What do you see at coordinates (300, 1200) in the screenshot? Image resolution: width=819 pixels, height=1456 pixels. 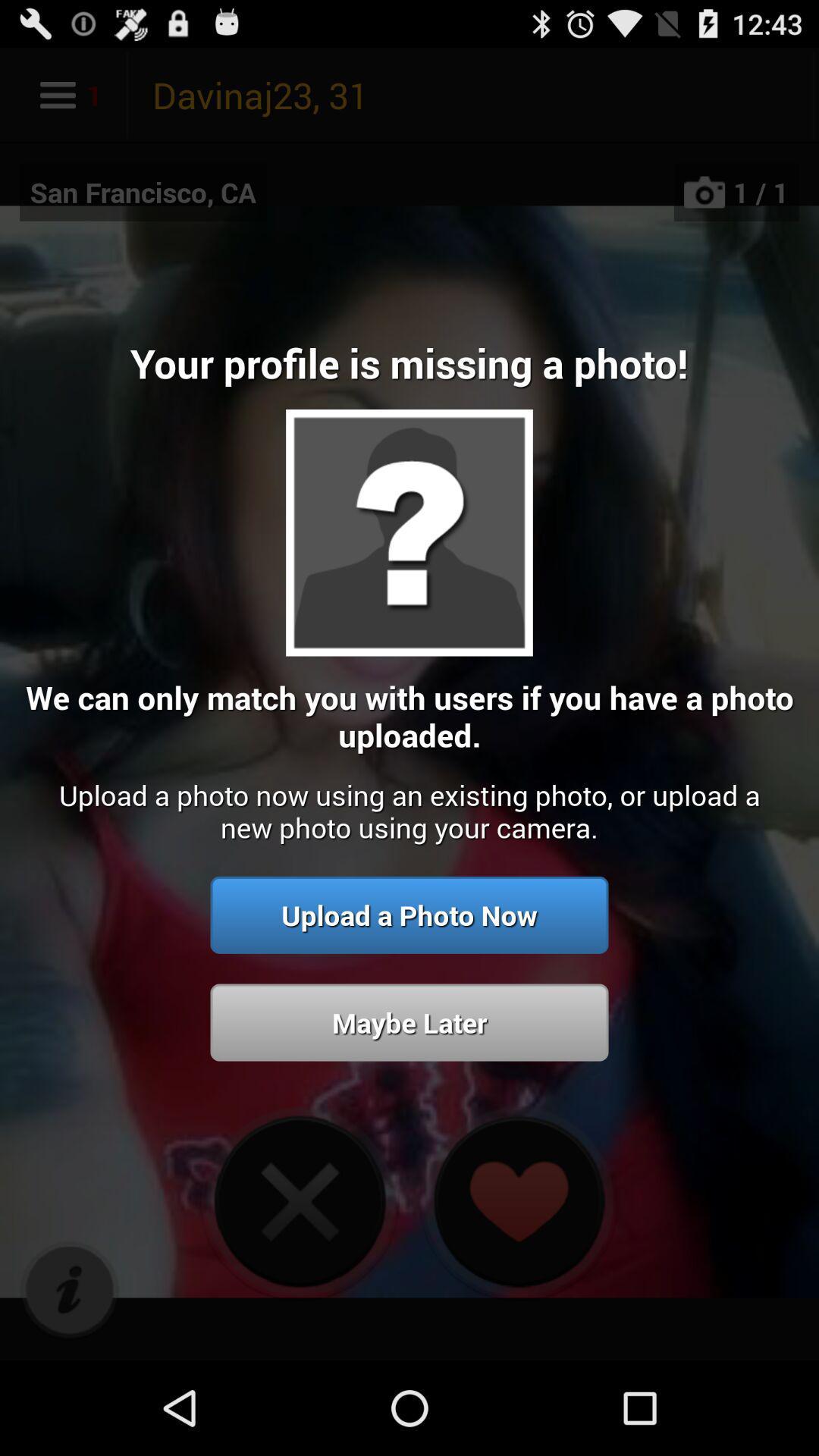 I see `the profile` at bounding box center [300, 1200].